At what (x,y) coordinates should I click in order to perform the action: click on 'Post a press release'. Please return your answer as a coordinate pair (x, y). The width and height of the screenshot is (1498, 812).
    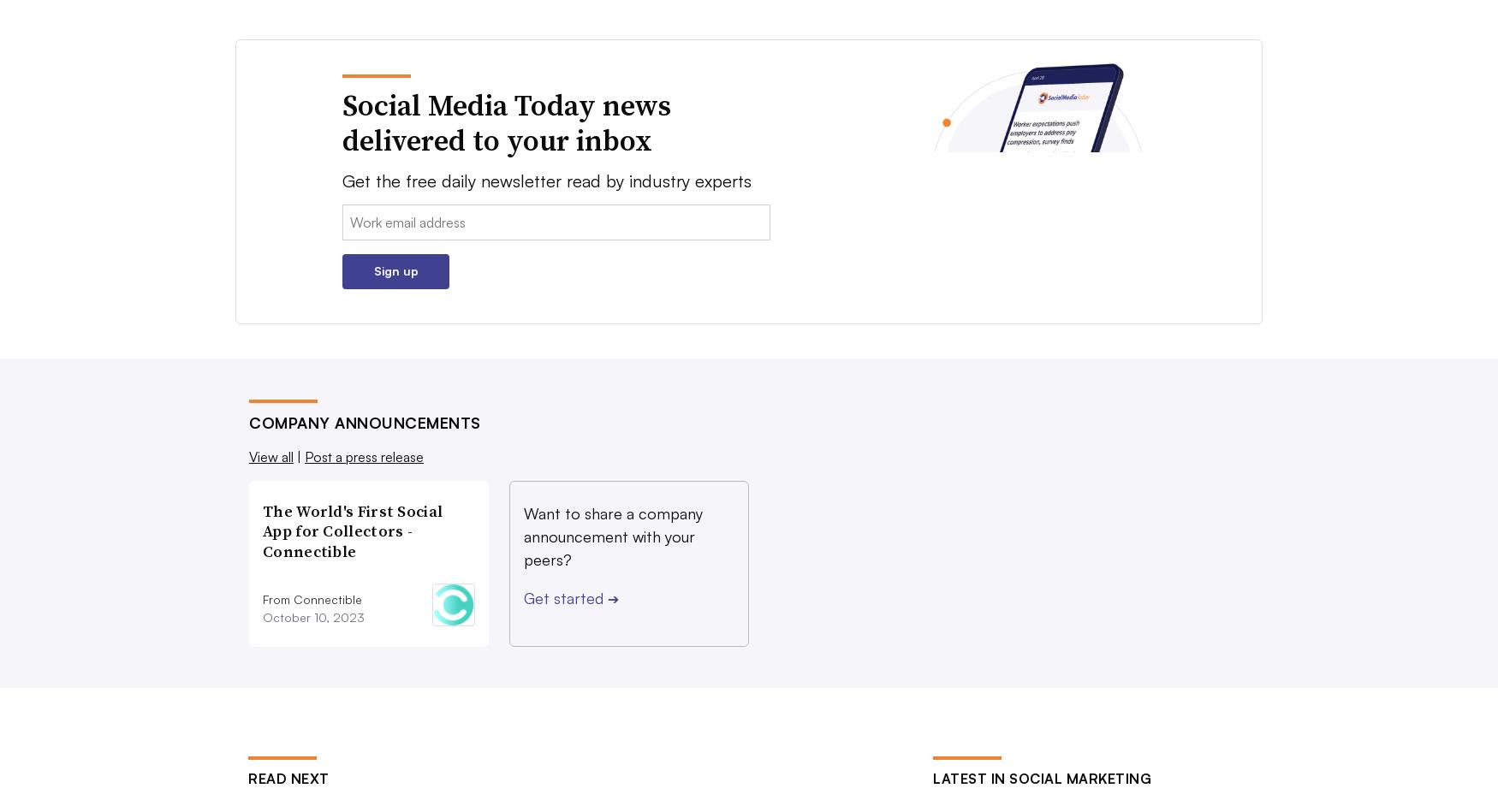
    Looking at the image, I should click on (363, 456).